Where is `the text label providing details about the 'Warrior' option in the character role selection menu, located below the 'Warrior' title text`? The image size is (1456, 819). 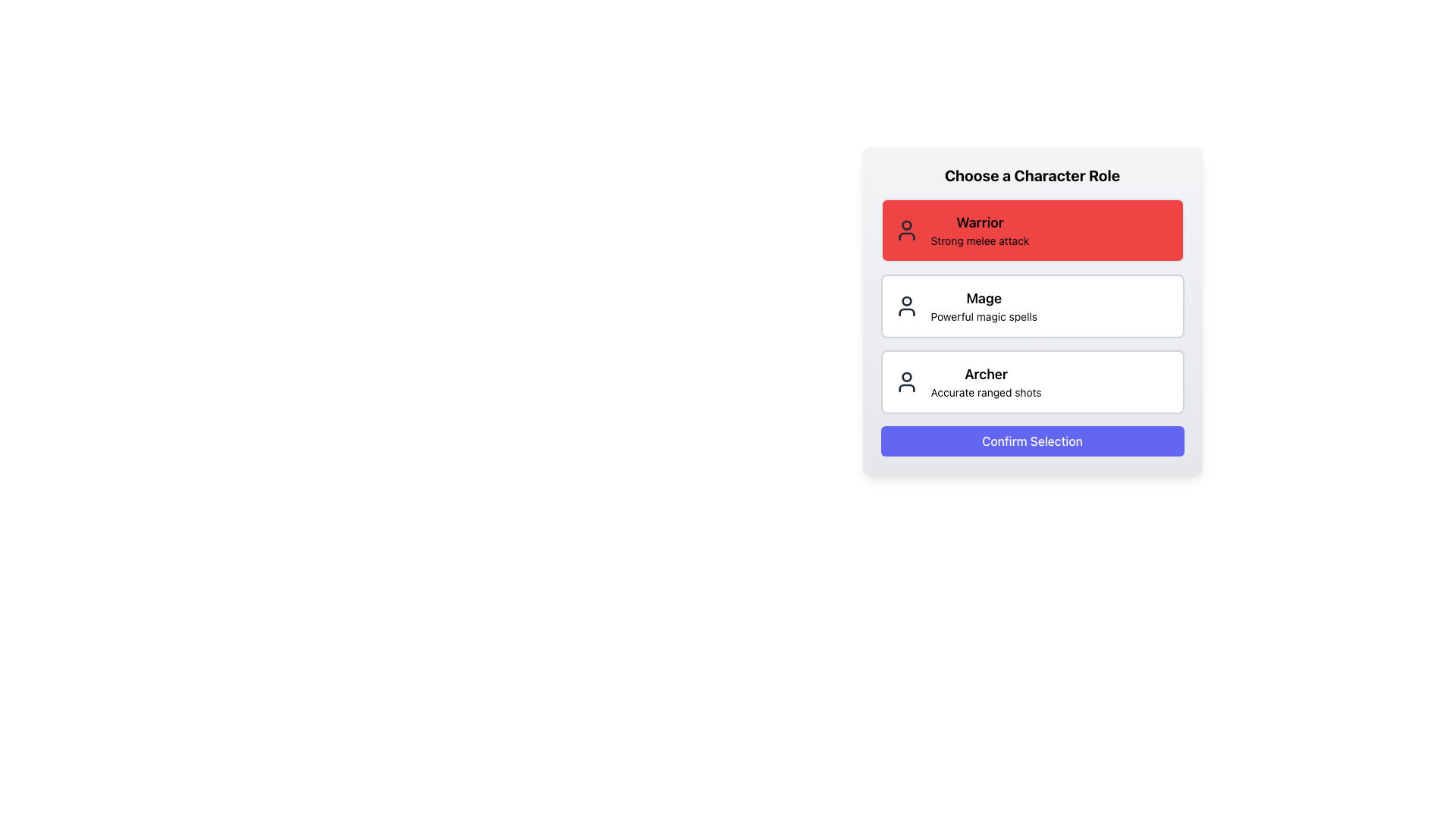 the text label providing details about the 'Warrior' option in the character role selection menu, located below the 'Warrior' title text is located at coordinates (980, 240).